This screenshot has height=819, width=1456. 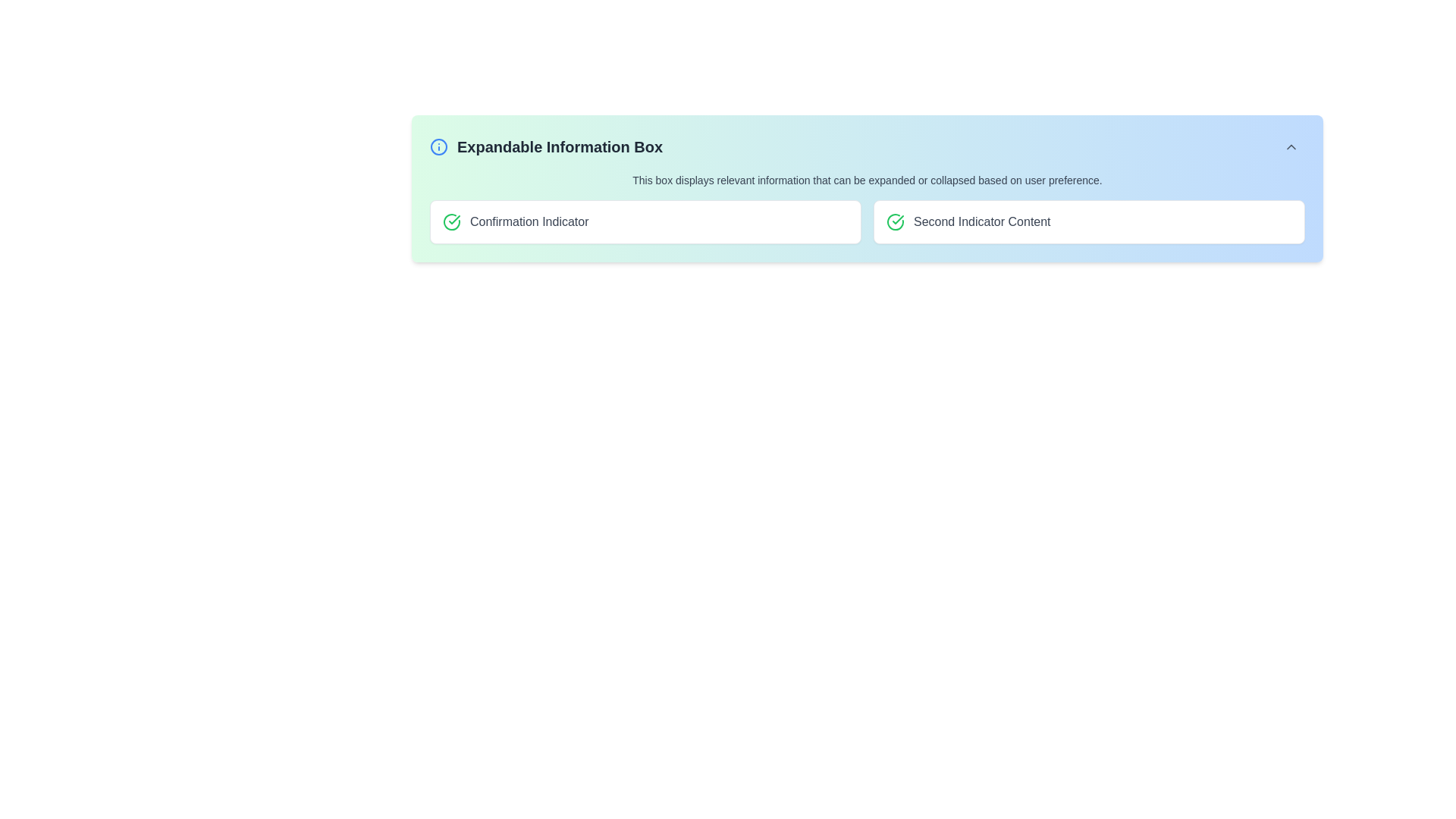 What do you see at coordinates (453, 219) in the screenshot?
I see `the checkmark icon within the green circular 'Confirmation Indicator' in the 'Expandable Information Box'` at bounding box center [453, 219].